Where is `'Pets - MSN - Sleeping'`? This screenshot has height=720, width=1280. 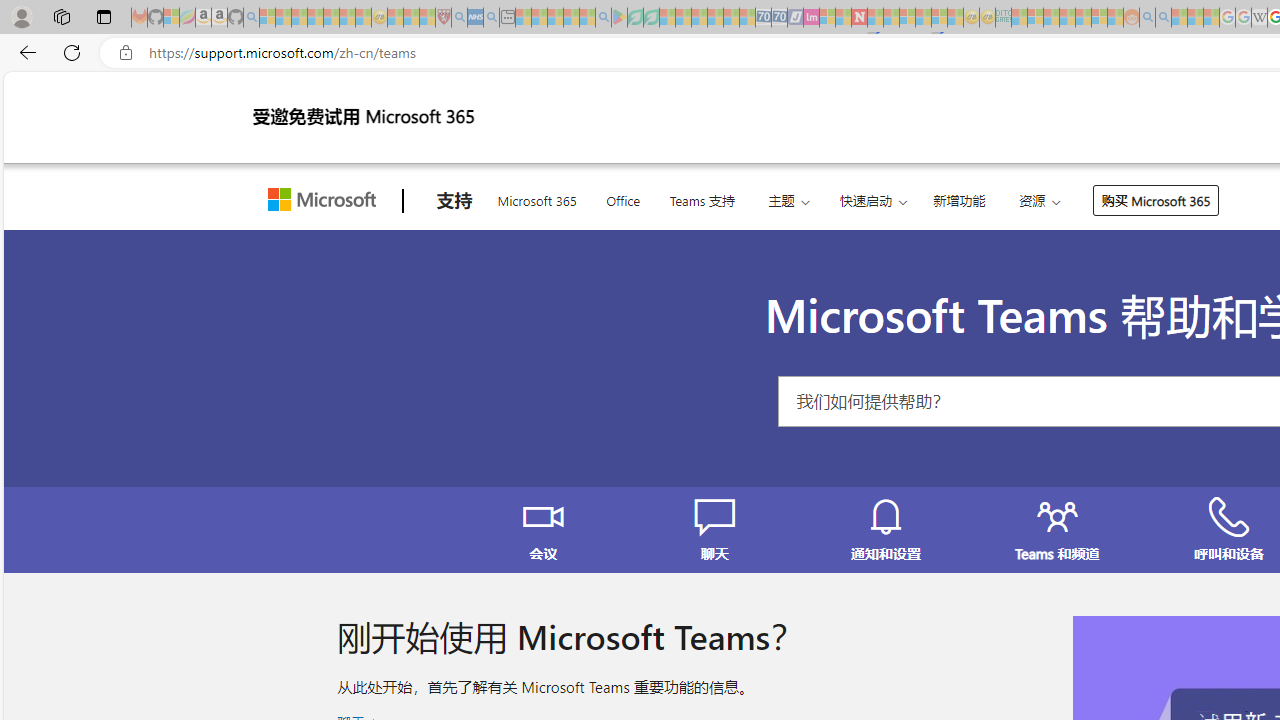
'Pets - MSN - Sleeping' is located at coordinates (570, 17).